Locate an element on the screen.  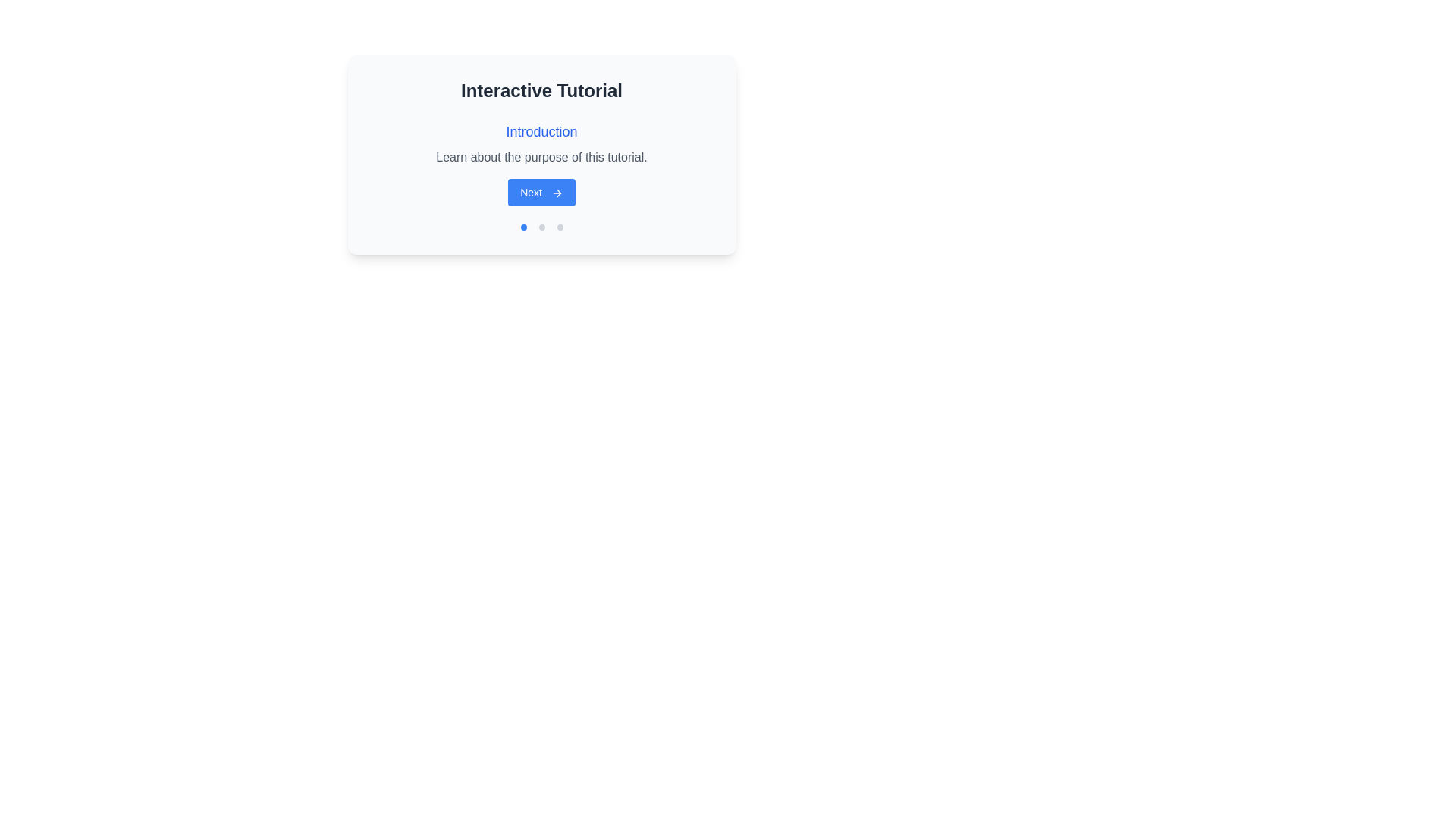
the introductory Text block with a header and subtext located in the middle of a white card below the title 'Interactive Tutorial' is located at coordinates (541, 143).